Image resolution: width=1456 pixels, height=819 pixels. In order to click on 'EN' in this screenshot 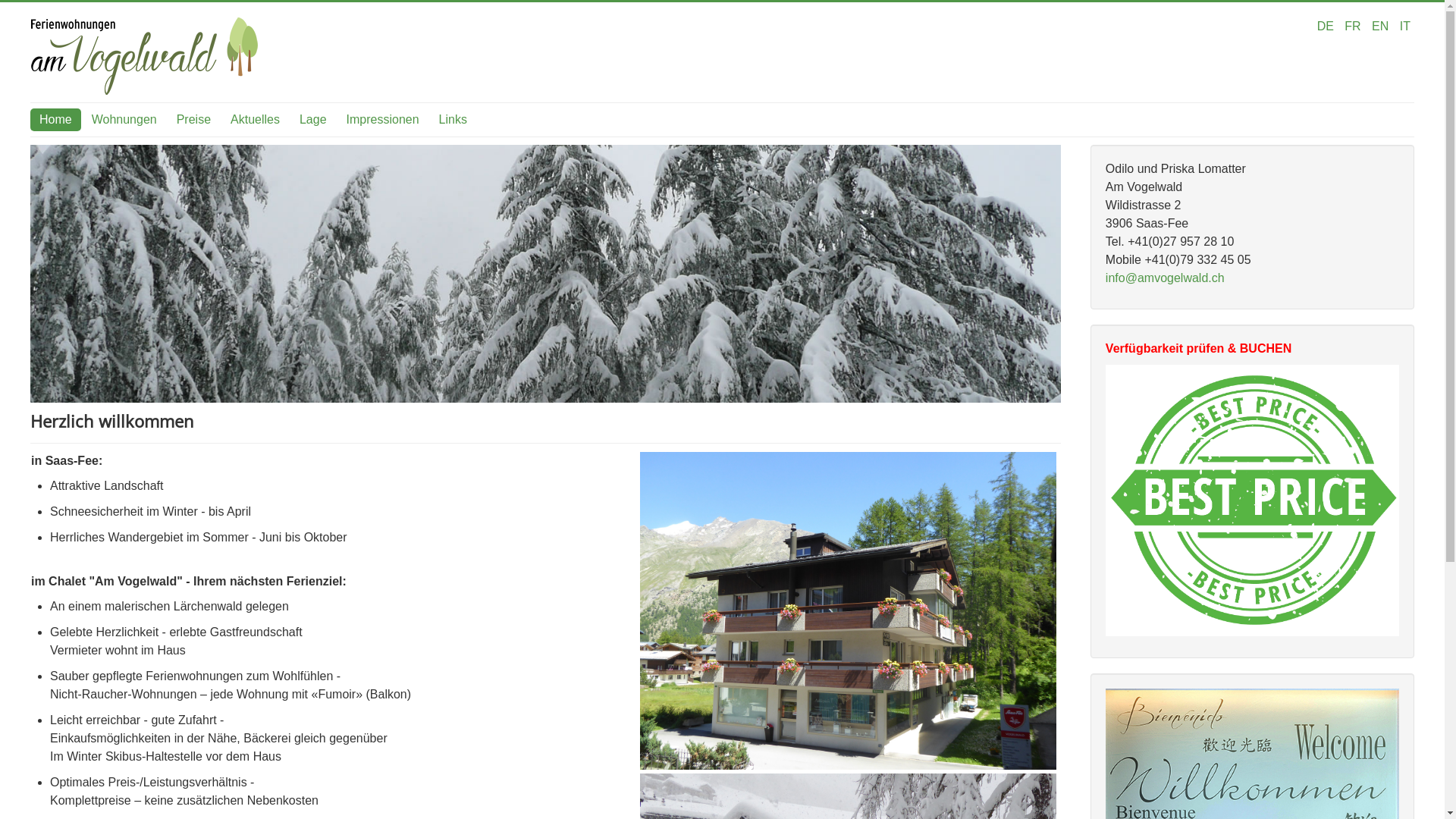, I will do `click(1382, 26)`.